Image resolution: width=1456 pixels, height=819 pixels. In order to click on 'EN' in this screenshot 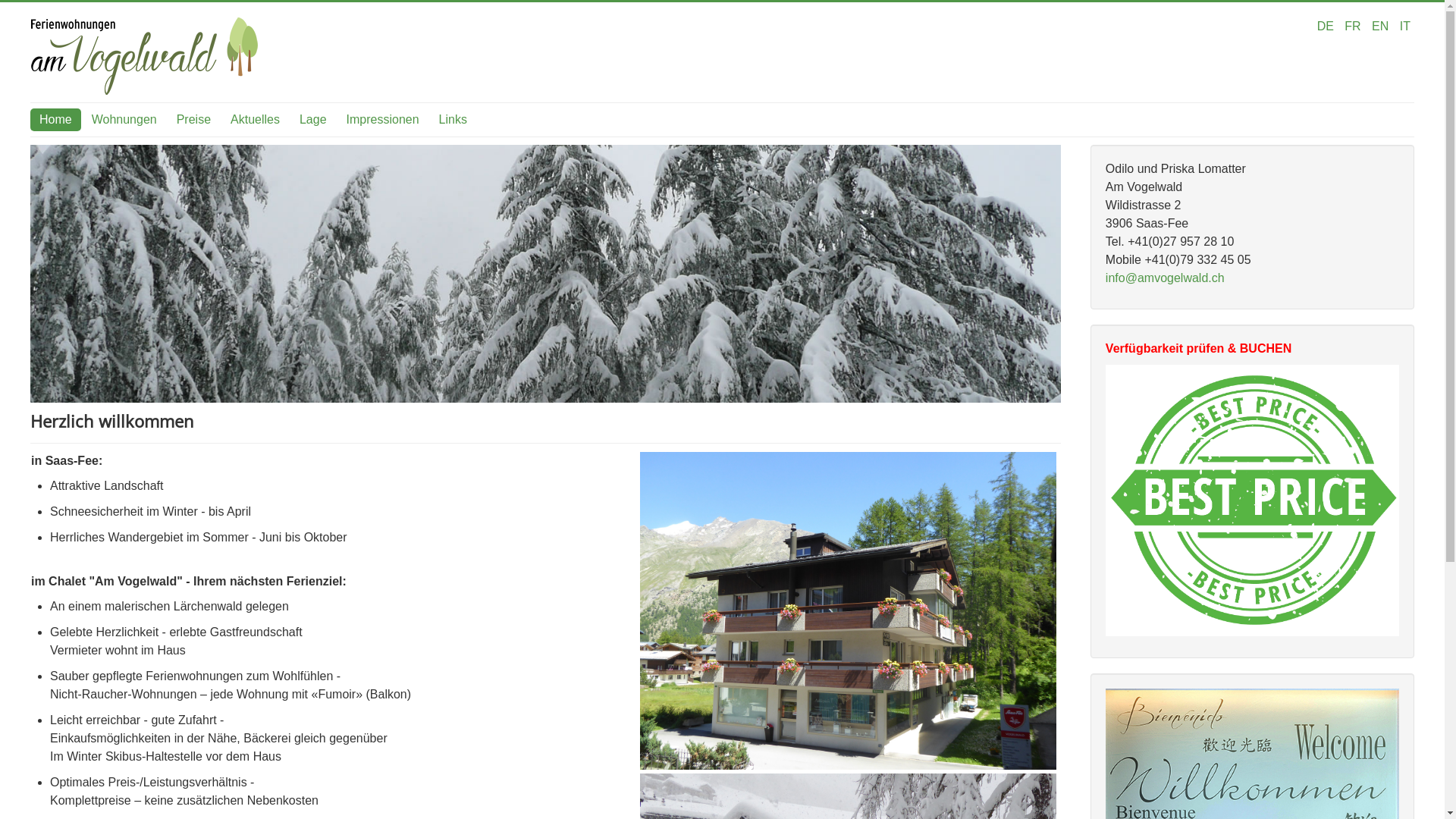, I will do `click(1382, 26)`.